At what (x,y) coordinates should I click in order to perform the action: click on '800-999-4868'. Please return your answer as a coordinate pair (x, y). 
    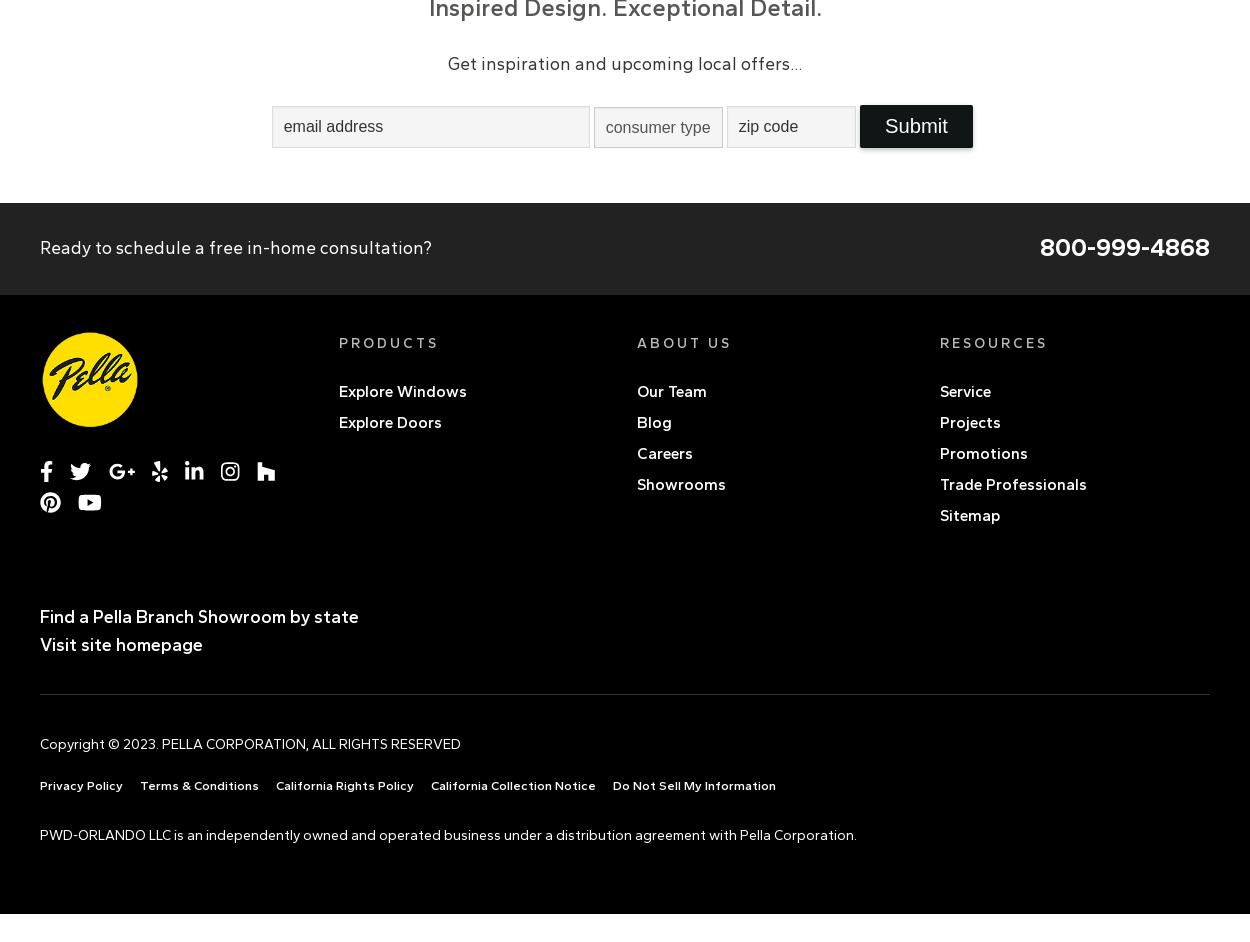
    Looking at the image, I should click on (1040, 245).